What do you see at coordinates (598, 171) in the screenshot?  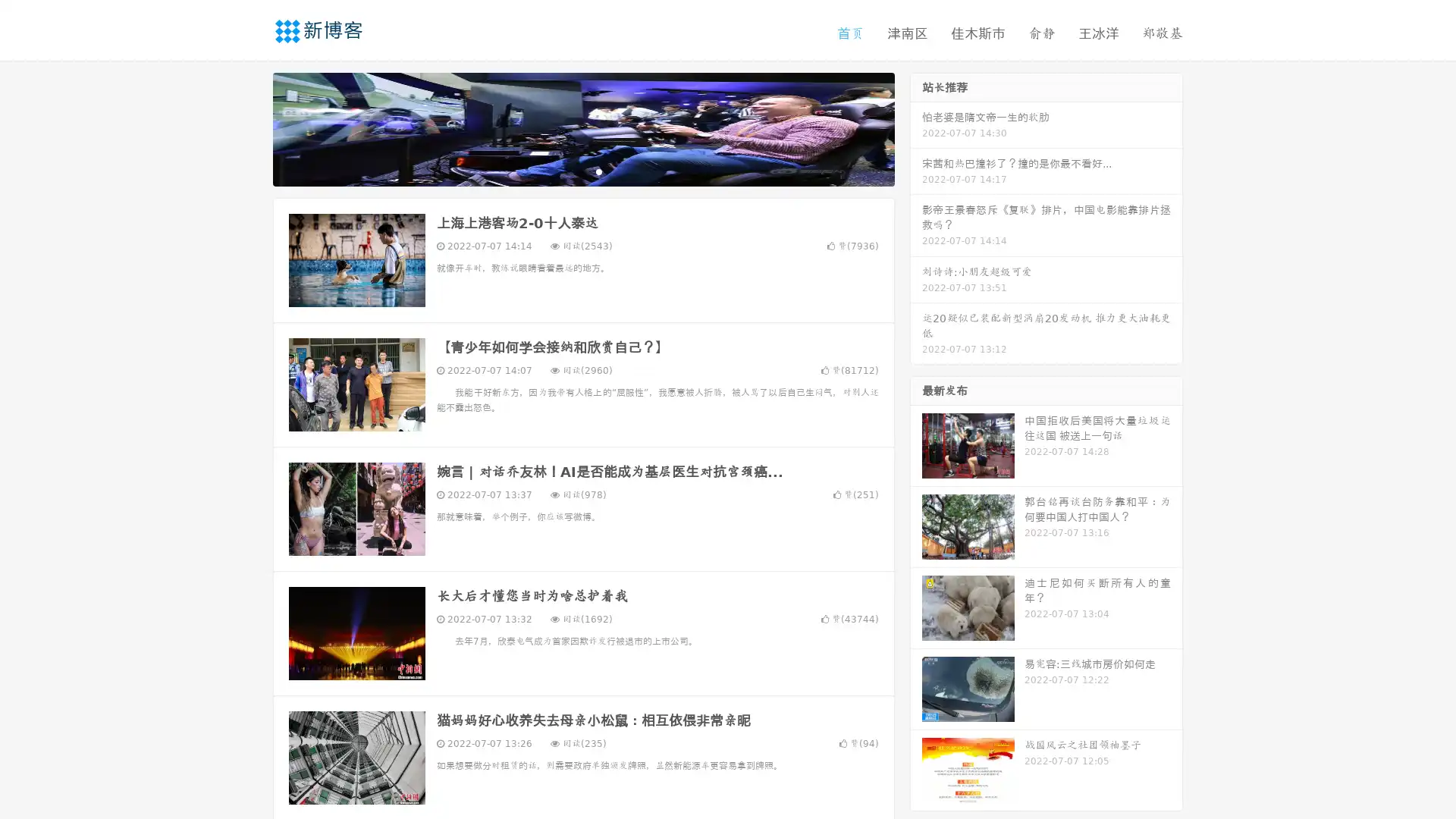 I see `Go to slide 3` at bounding box center [598, 171].